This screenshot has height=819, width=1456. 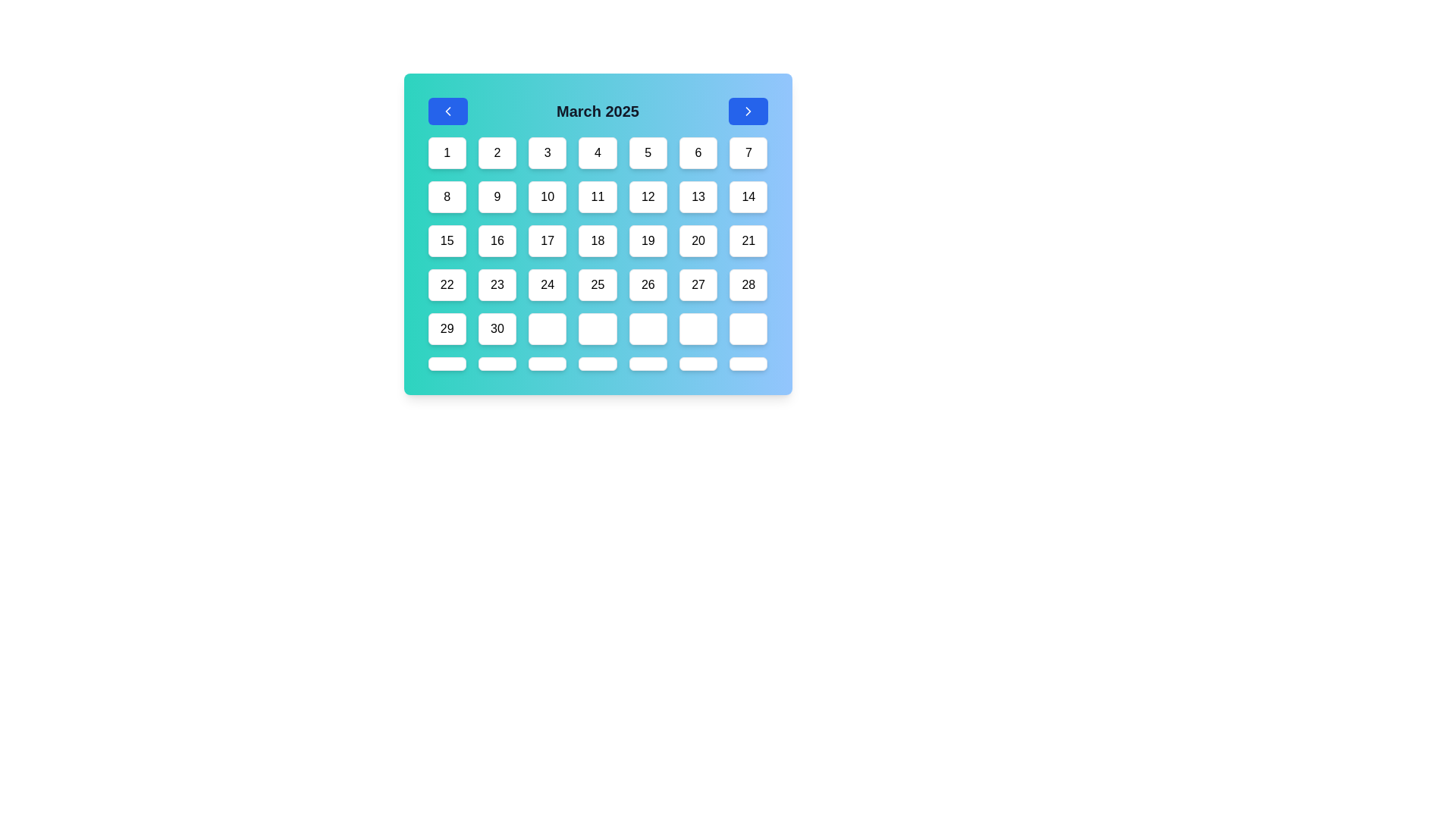 I want to click on the button cell labeled '12' in the calendar grid, so click(x=648, y=196).